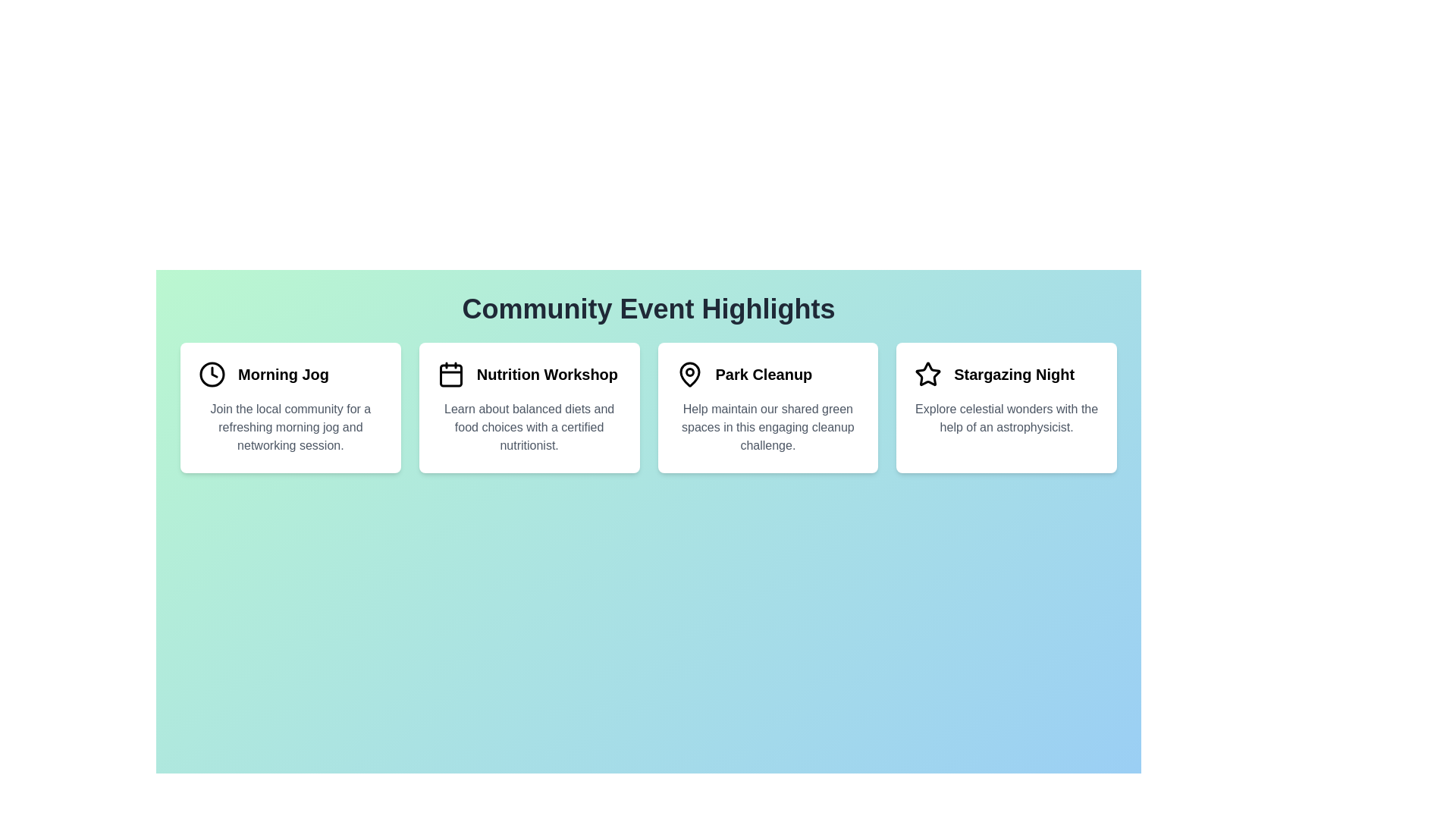 Image resolution: width=1456 pixels, height=819 pixels. What do you see at coordinates (290, 427) in the screenshot?
I see `the descriptive text block with gray font color that reads 'Join the local community for a refreshing morning jog and networking session.' located beneath the 'Morning Jog' title` at bounding box center [290, 427].